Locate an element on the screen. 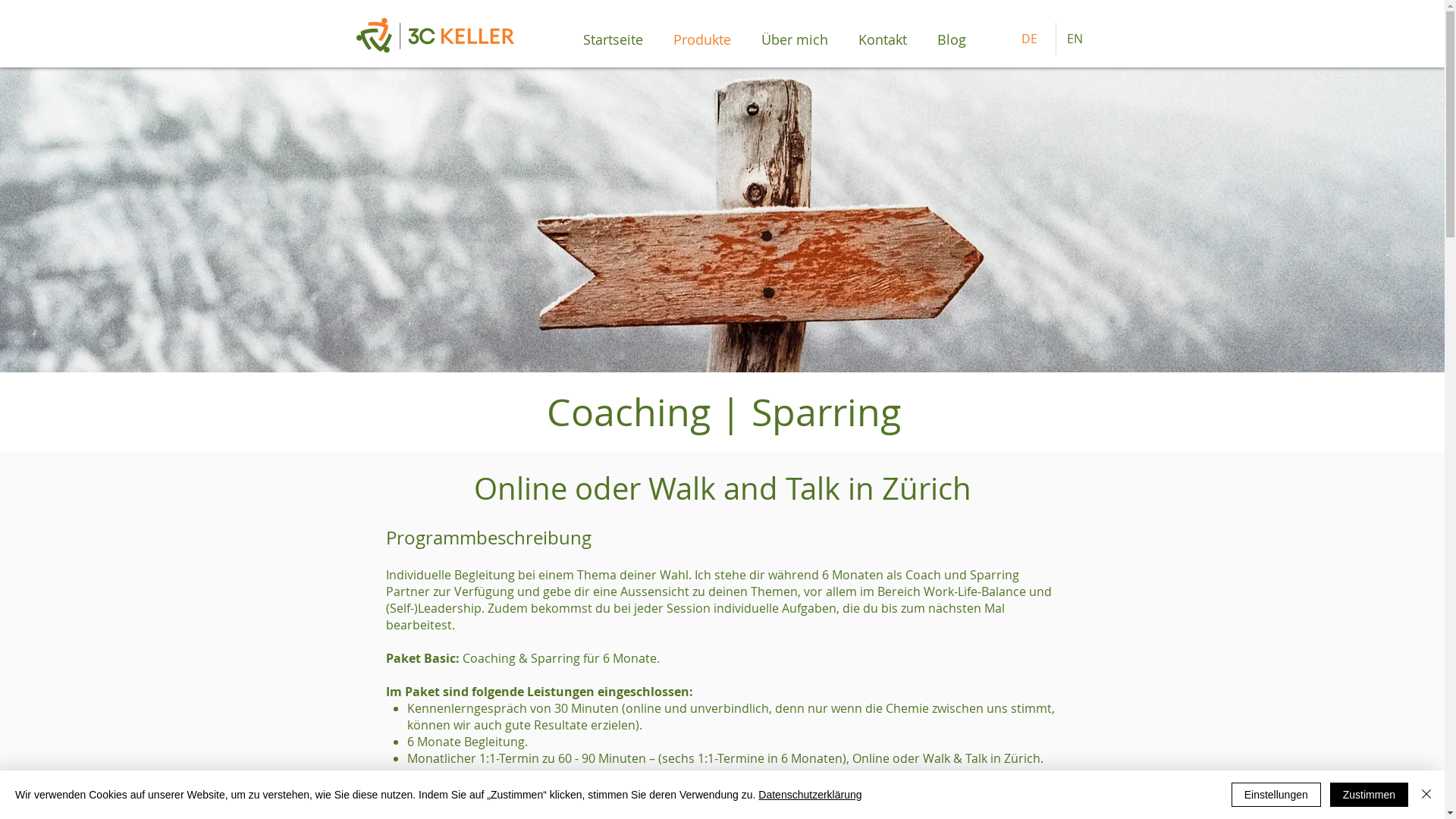 The height and width of the screenshot is (819, 1456). 'Startseite' is located at coordinates (612, 38).